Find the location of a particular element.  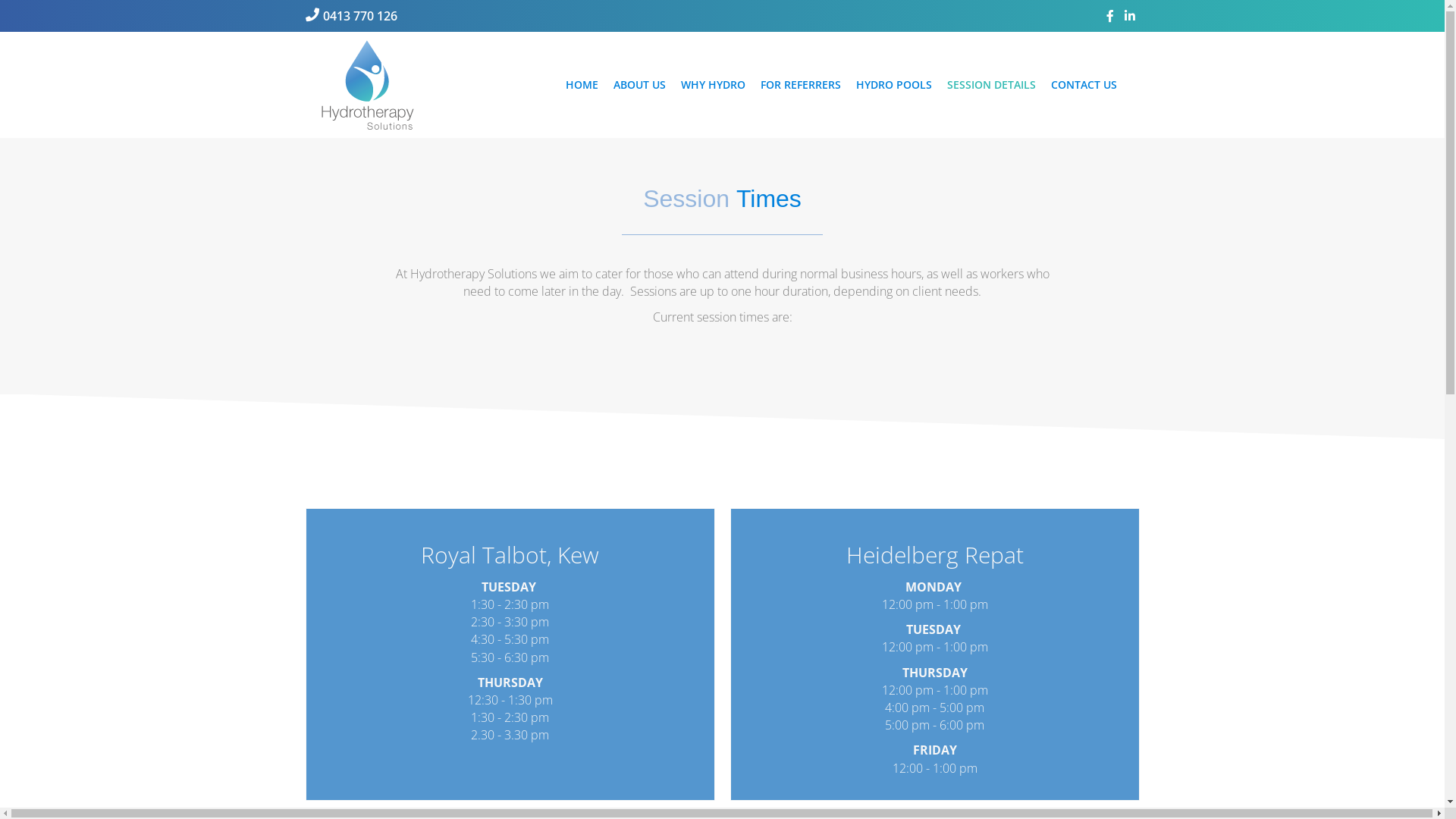

'hs_logo_120px_ai' is located at coordinates (319, 84).